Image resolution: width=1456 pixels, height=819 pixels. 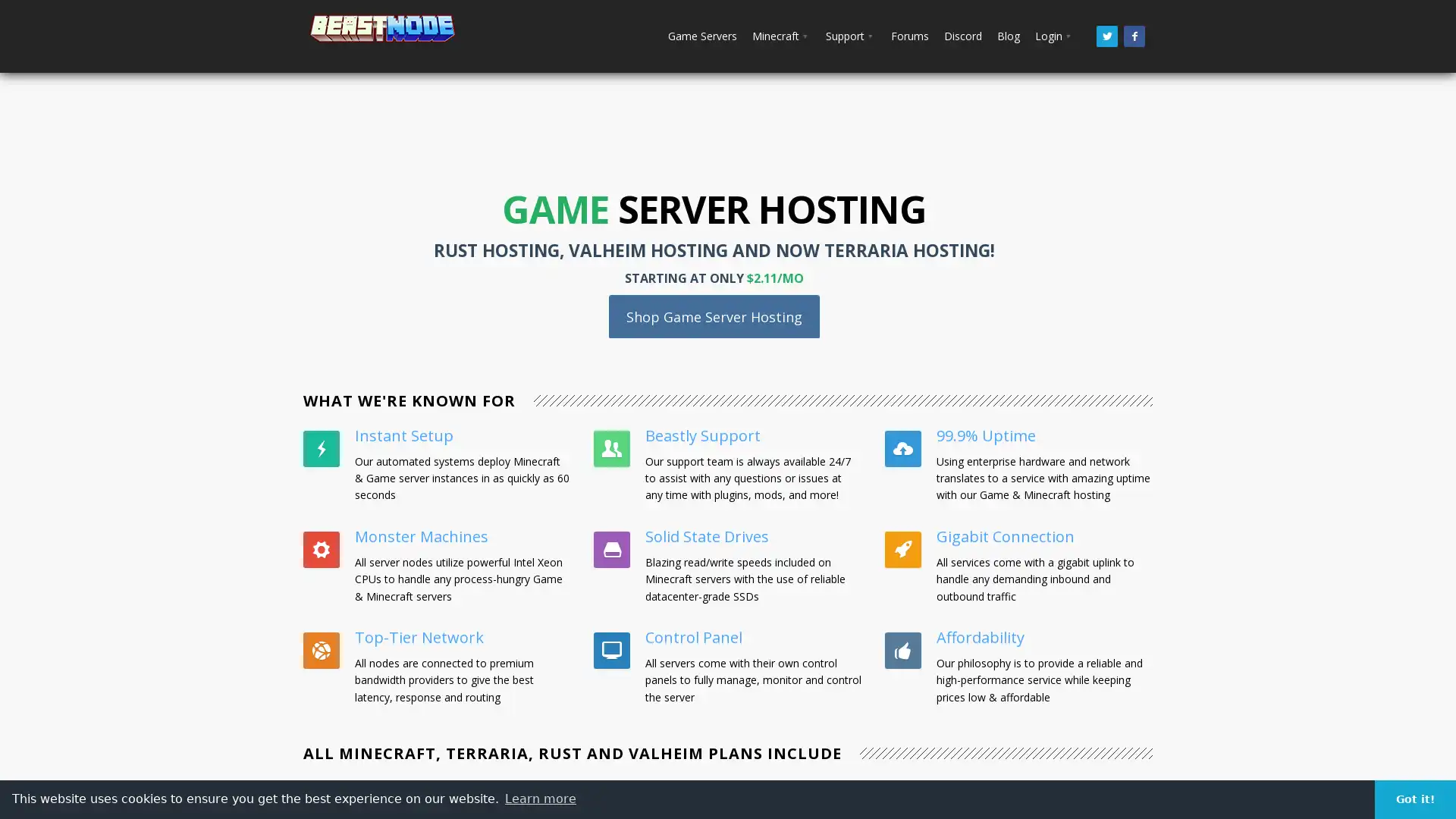 What do you see at coordinates (541, 798) in the screenshot?
I see `learn more about cookies` at bounding box center [541, 798].